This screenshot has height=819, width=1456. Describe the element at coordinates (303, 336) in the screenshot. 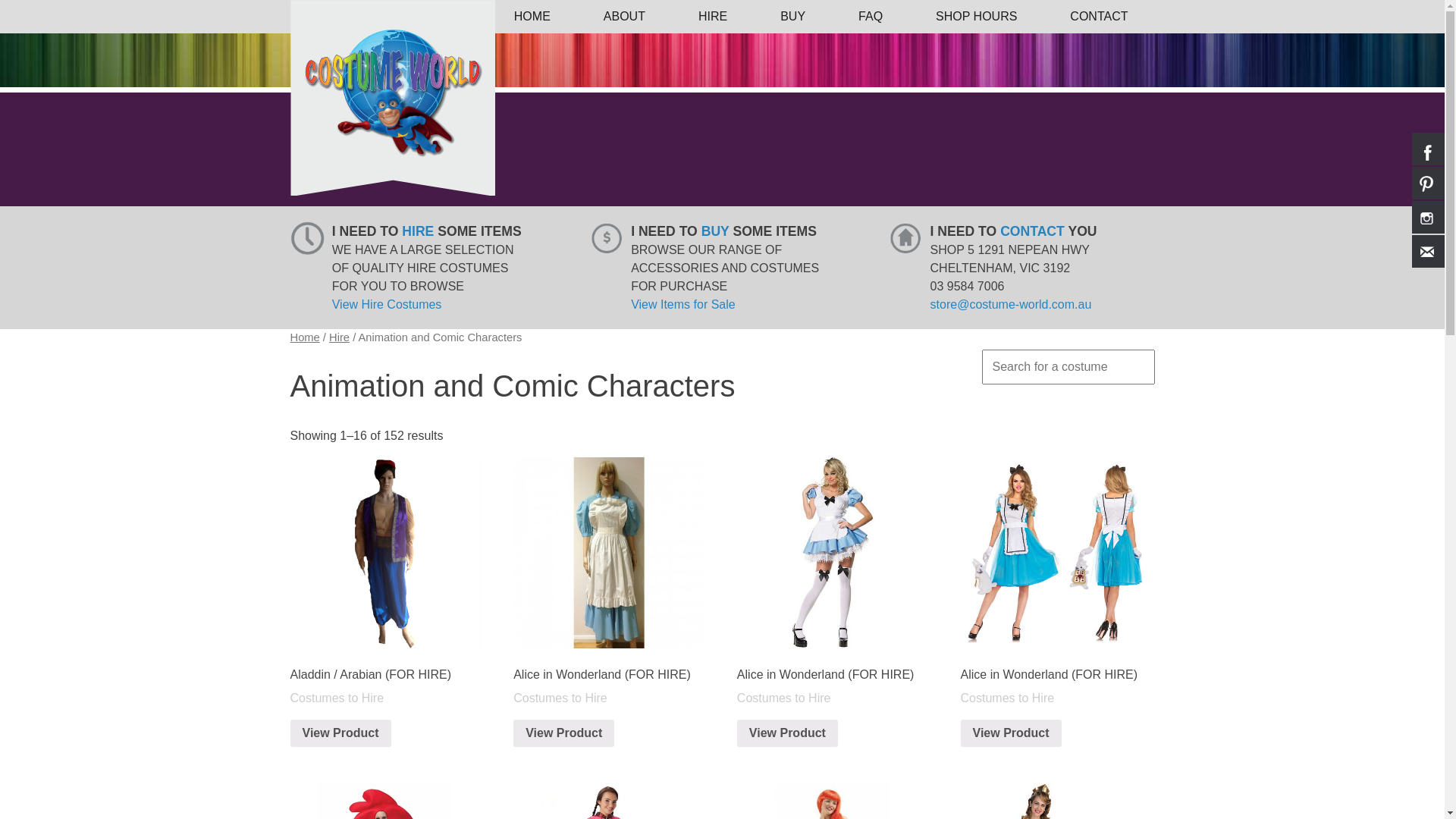

I see `'Home'` at that location.